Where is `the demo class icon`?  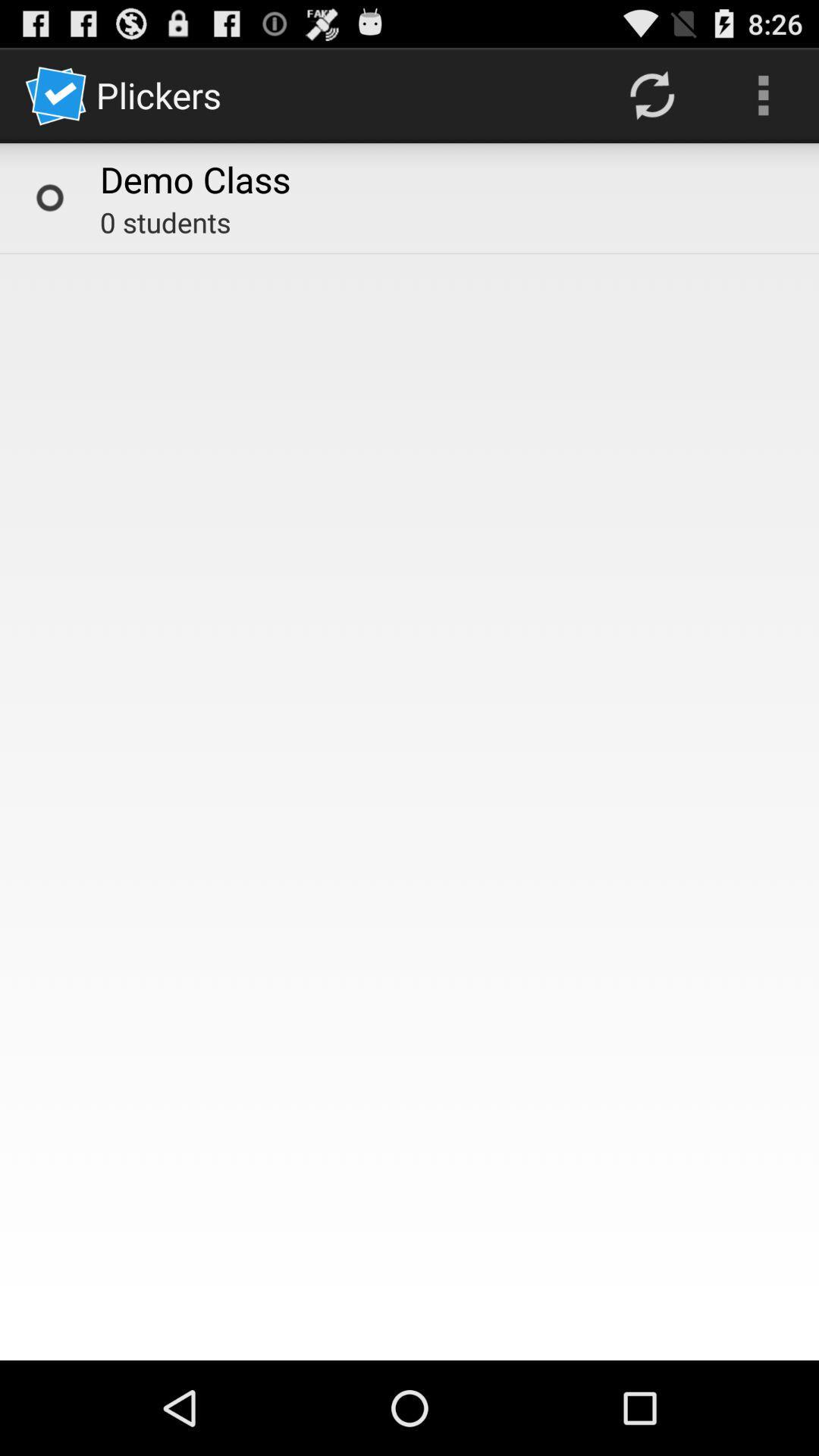
the demo class icon is located at coordinates (194, 179).